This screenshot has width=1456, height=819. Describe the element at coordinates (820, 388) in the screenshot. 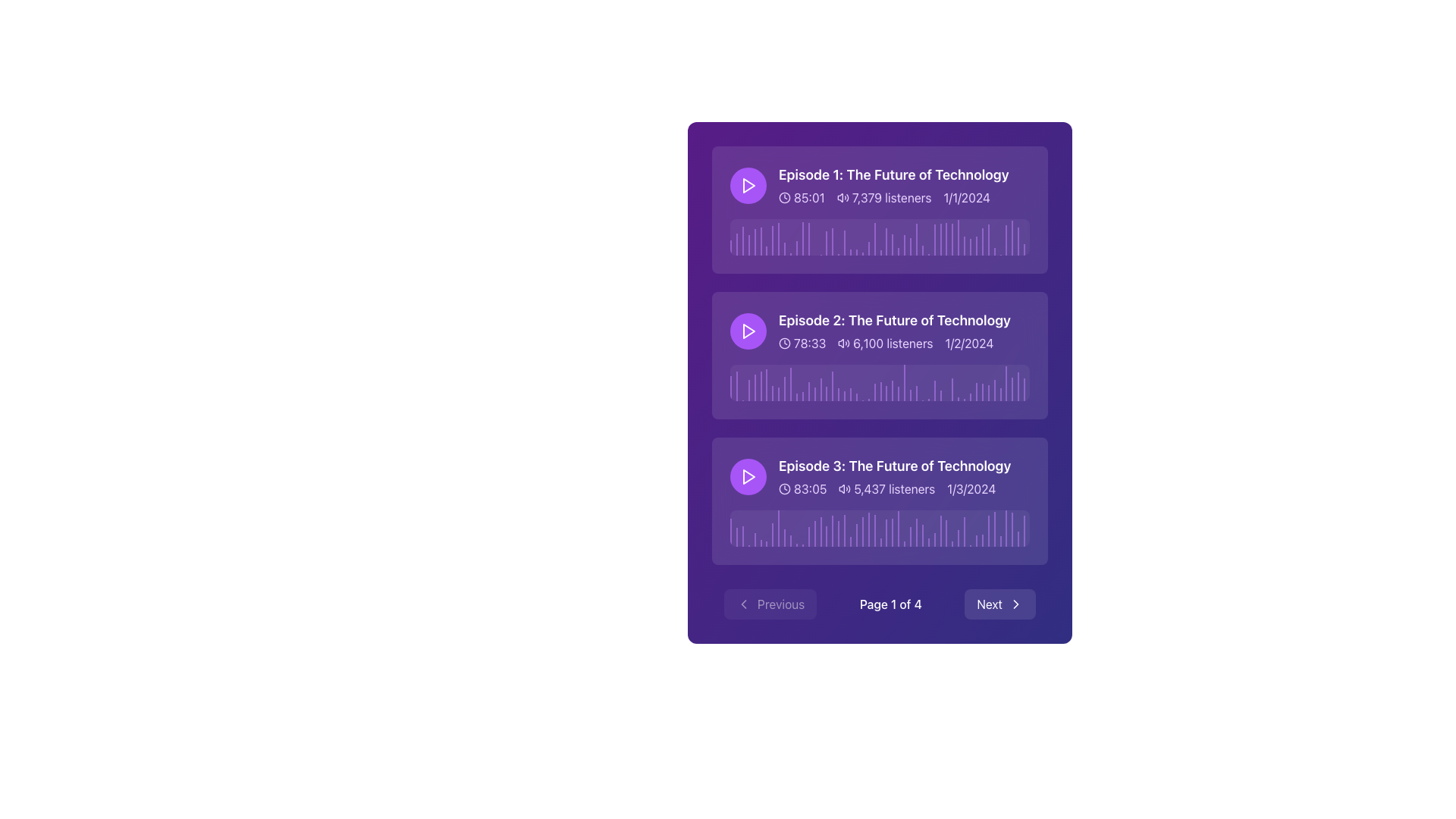

I see `the thin, vertical purple bar that serves as a visual marker in the second waveform progress bar of the list of three episodes` at that location.